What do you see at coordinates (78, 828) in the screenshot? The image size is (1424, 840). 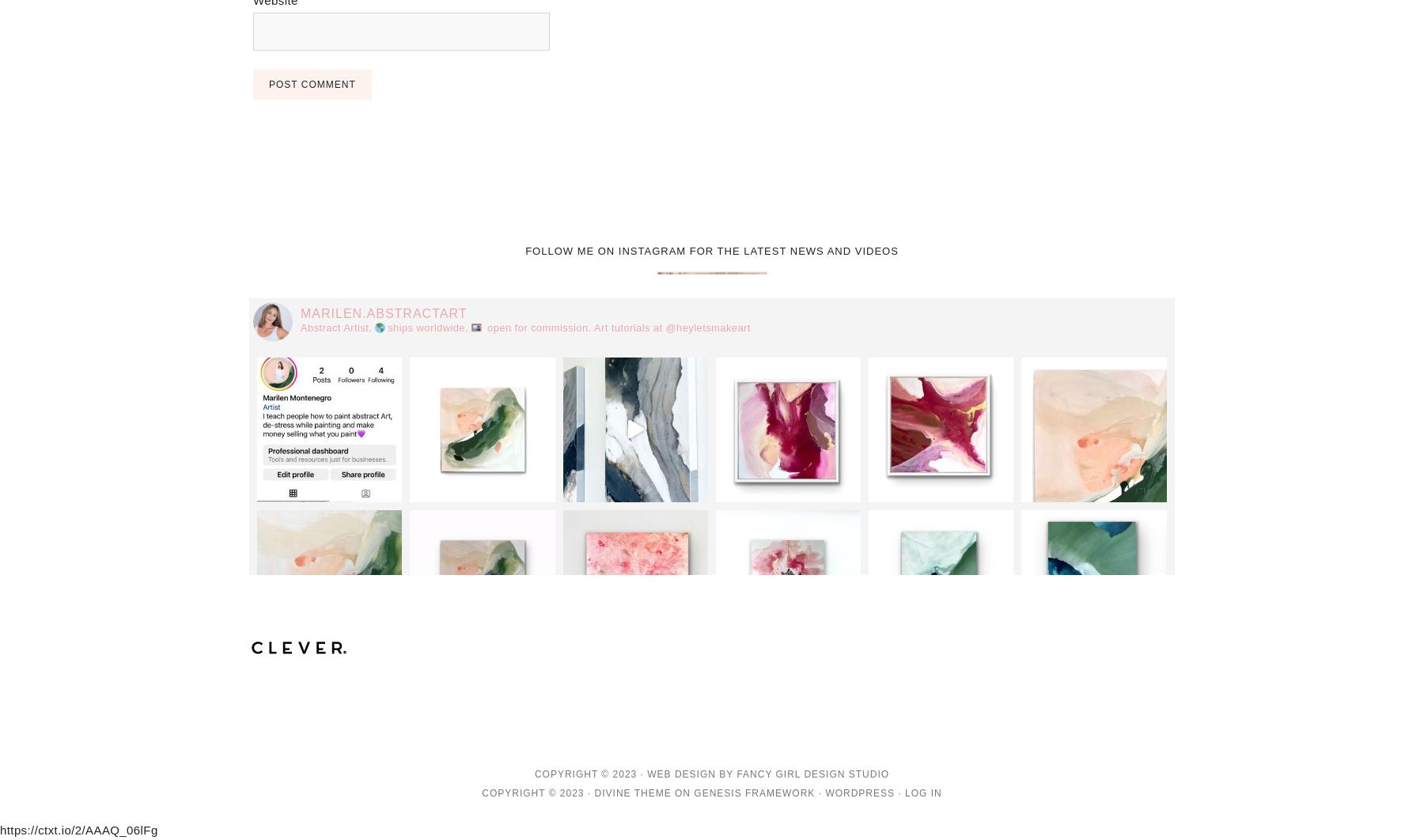 I see `'https://ctxt.io/2/AAAQ_06lFg'` at bounding box center [78, 828].